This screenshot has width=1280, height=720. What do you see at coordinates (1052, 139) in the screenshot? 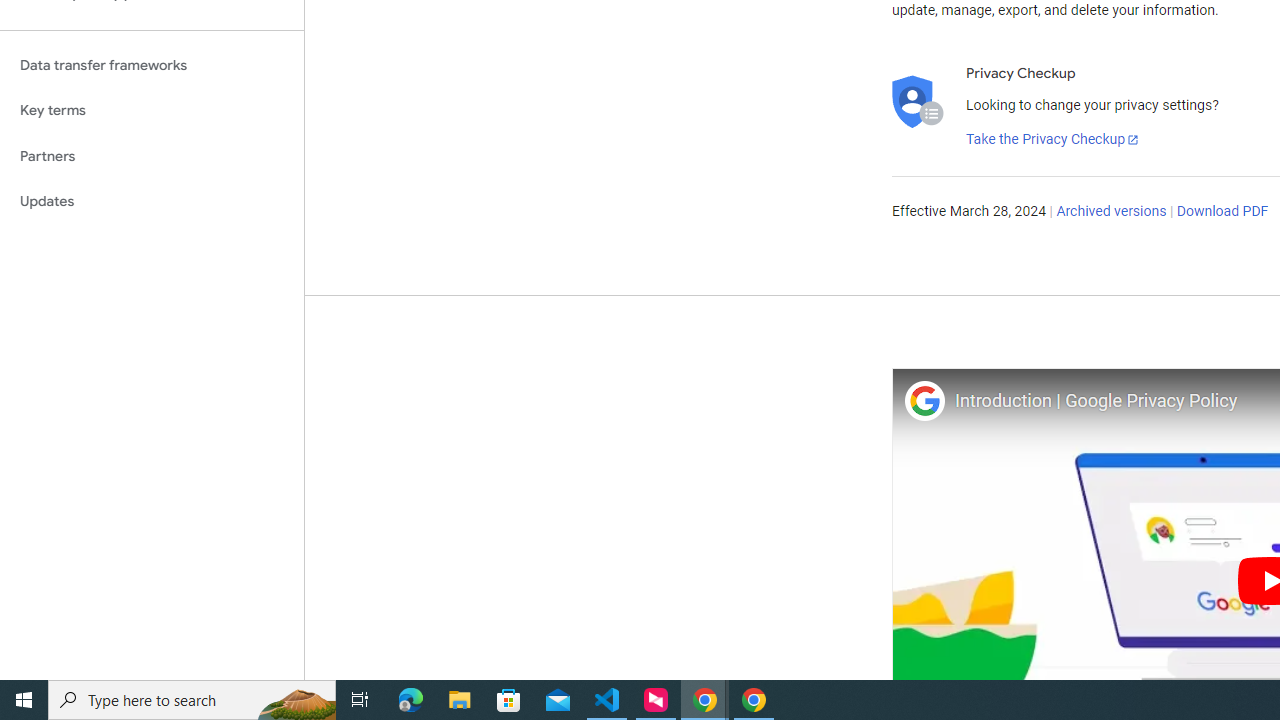
I see `'Take the Privacy Checkup'` at bounding box center [1052, 139].